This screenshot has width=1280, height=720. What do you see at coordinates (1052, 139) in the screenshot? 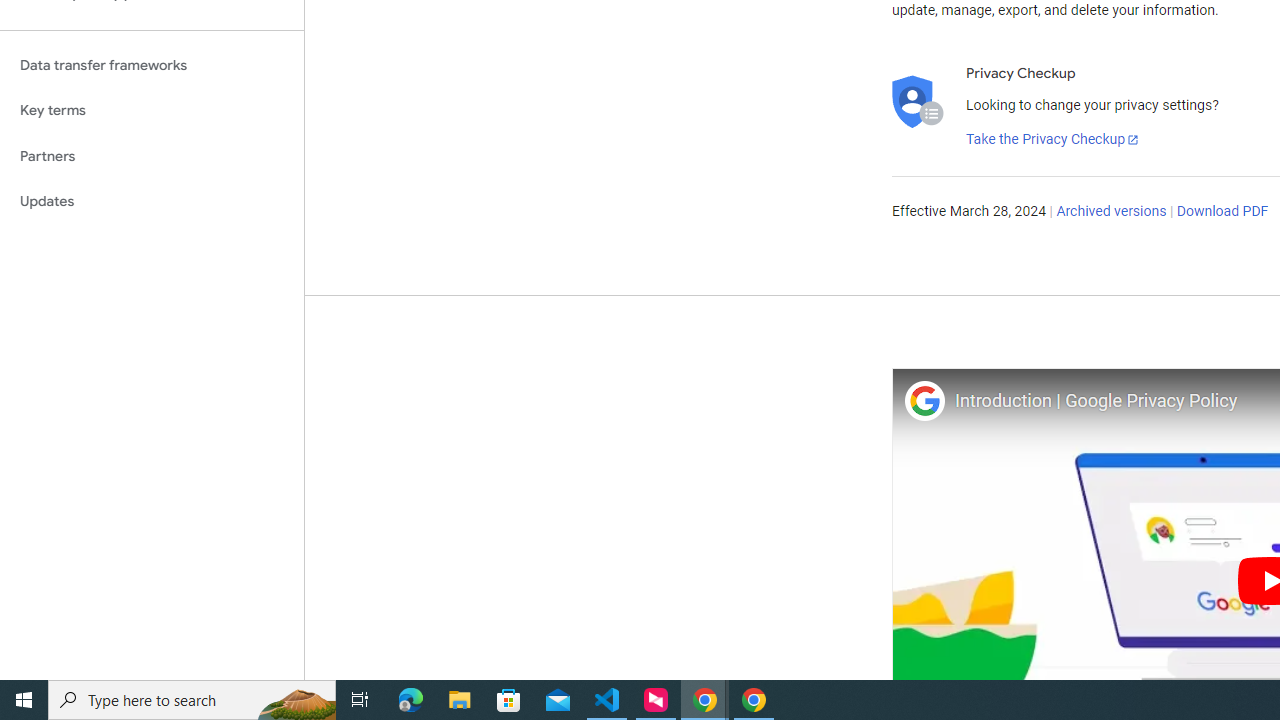
I see `'Take the Privacy Checkup'` at bounding box center [1052, 139].